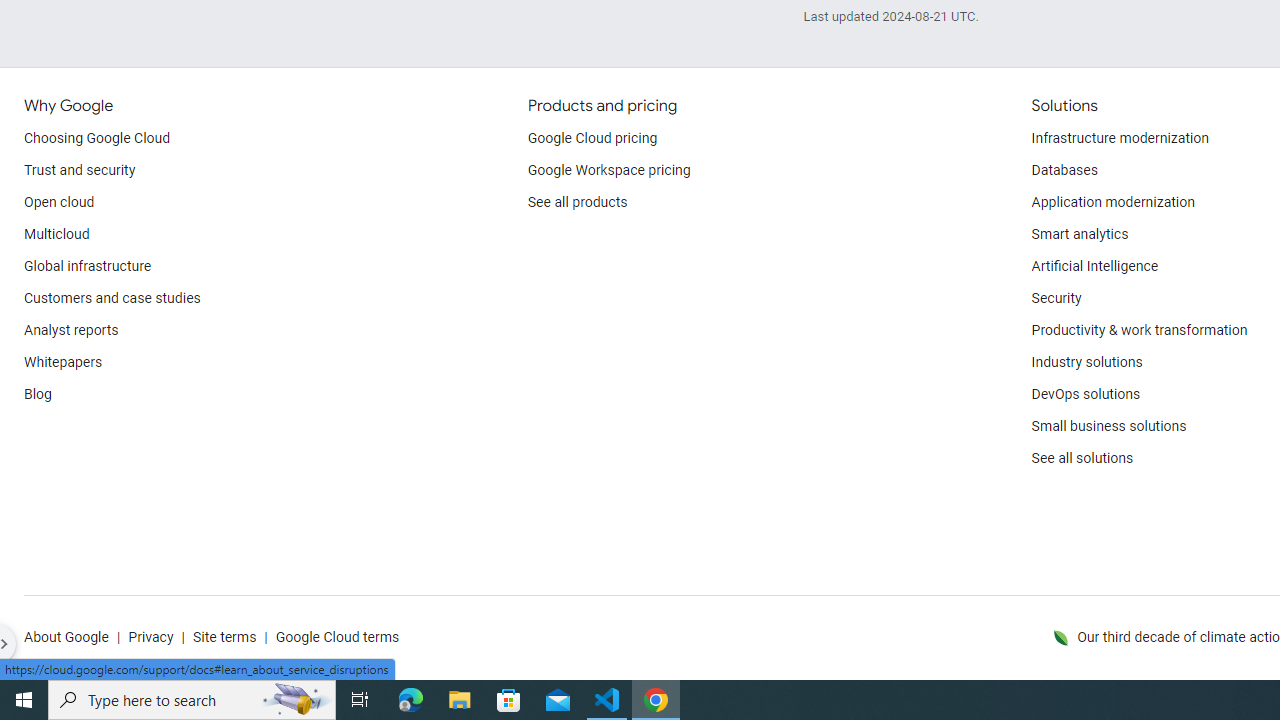  Describe the element at coordinates (224, 637) in the screenshot. I see `'Site terms'` at that location.